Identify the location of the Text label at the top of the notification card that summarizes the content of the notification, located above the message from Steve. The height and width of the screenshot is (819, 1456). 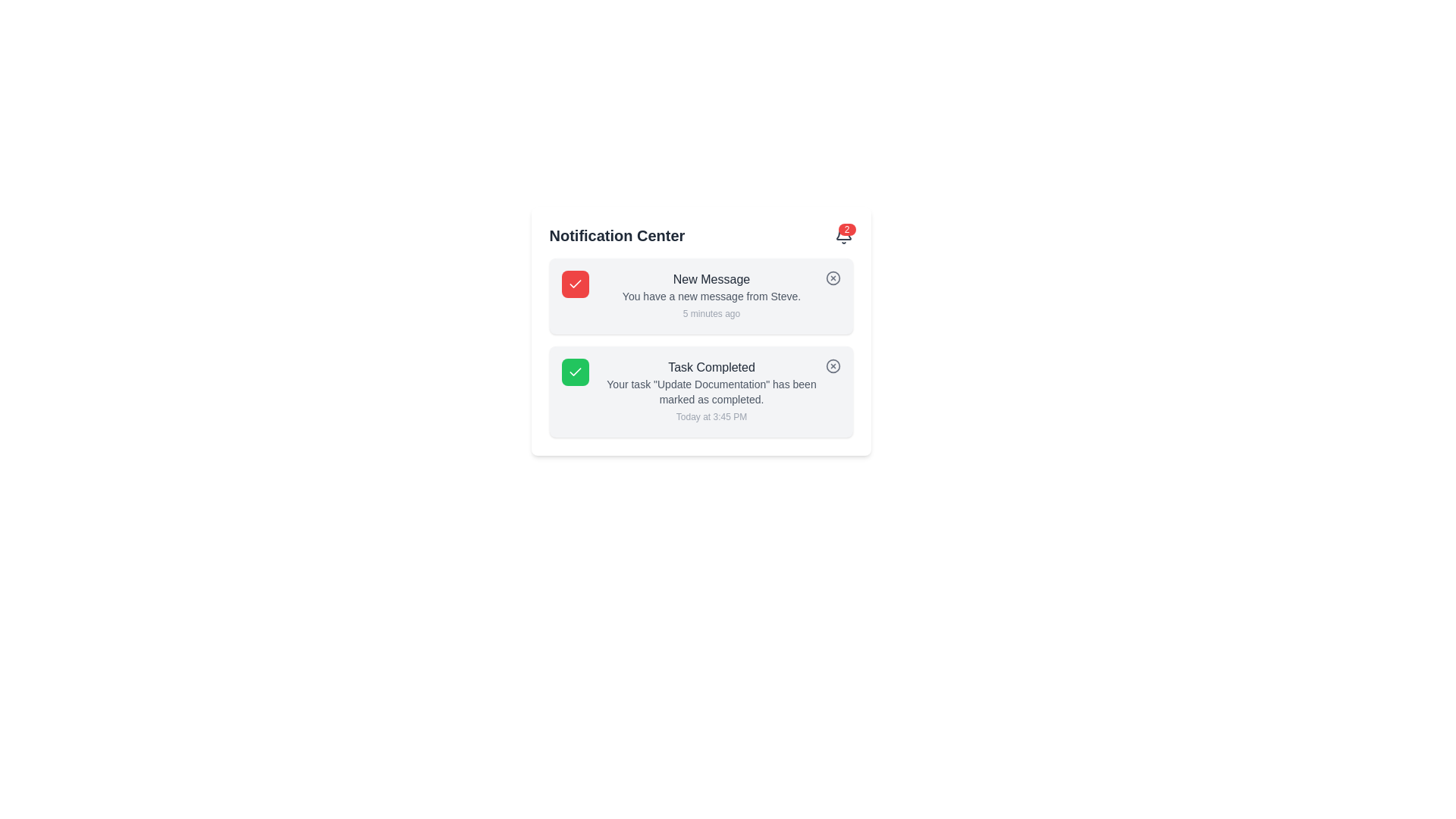
(711, 280).